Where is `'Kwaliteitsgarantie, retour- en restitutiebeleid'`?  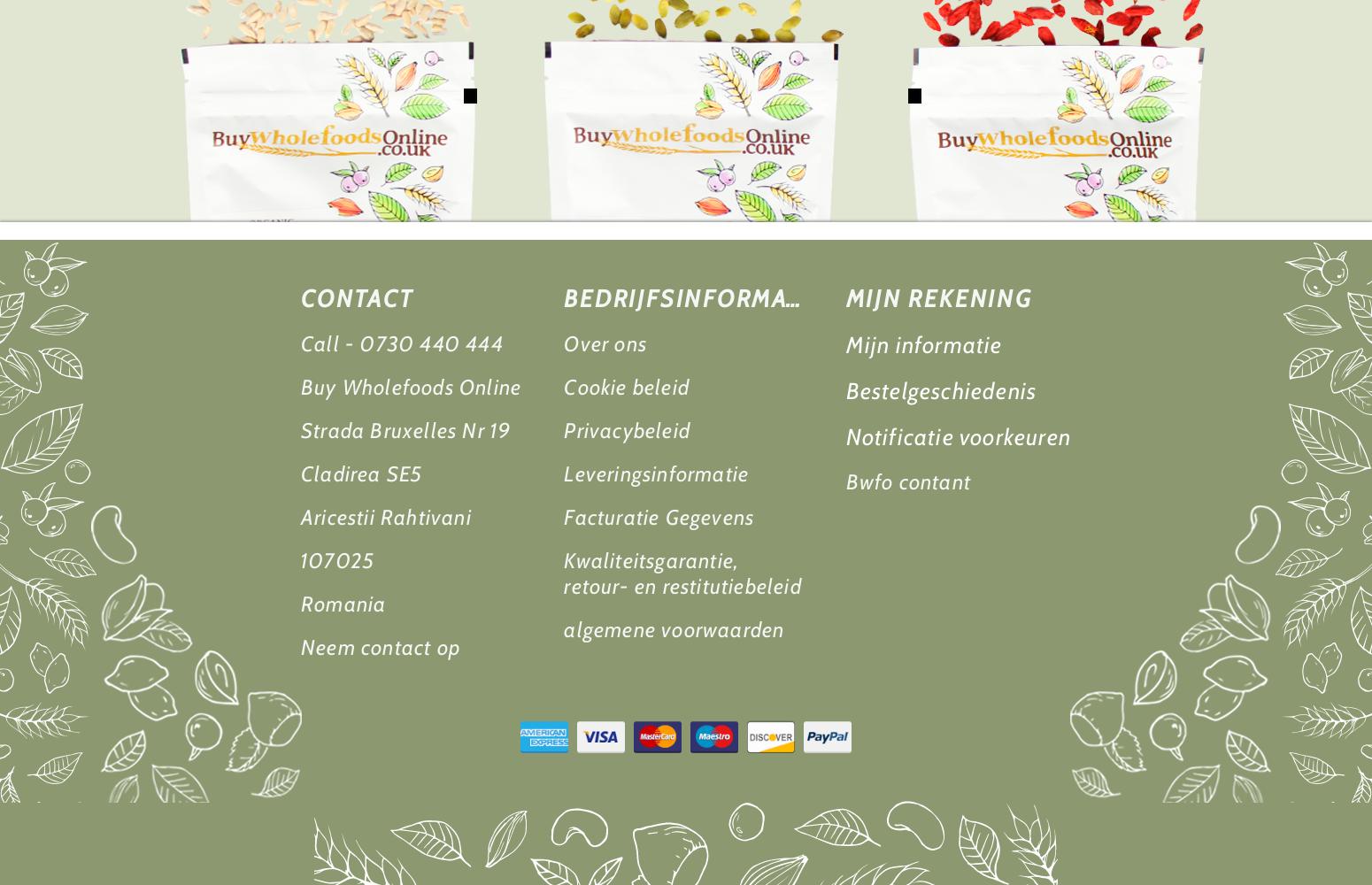 'Kwaliteitsgarantie, retour- en restitutiebeleid' is located at coordinates (563, 573).